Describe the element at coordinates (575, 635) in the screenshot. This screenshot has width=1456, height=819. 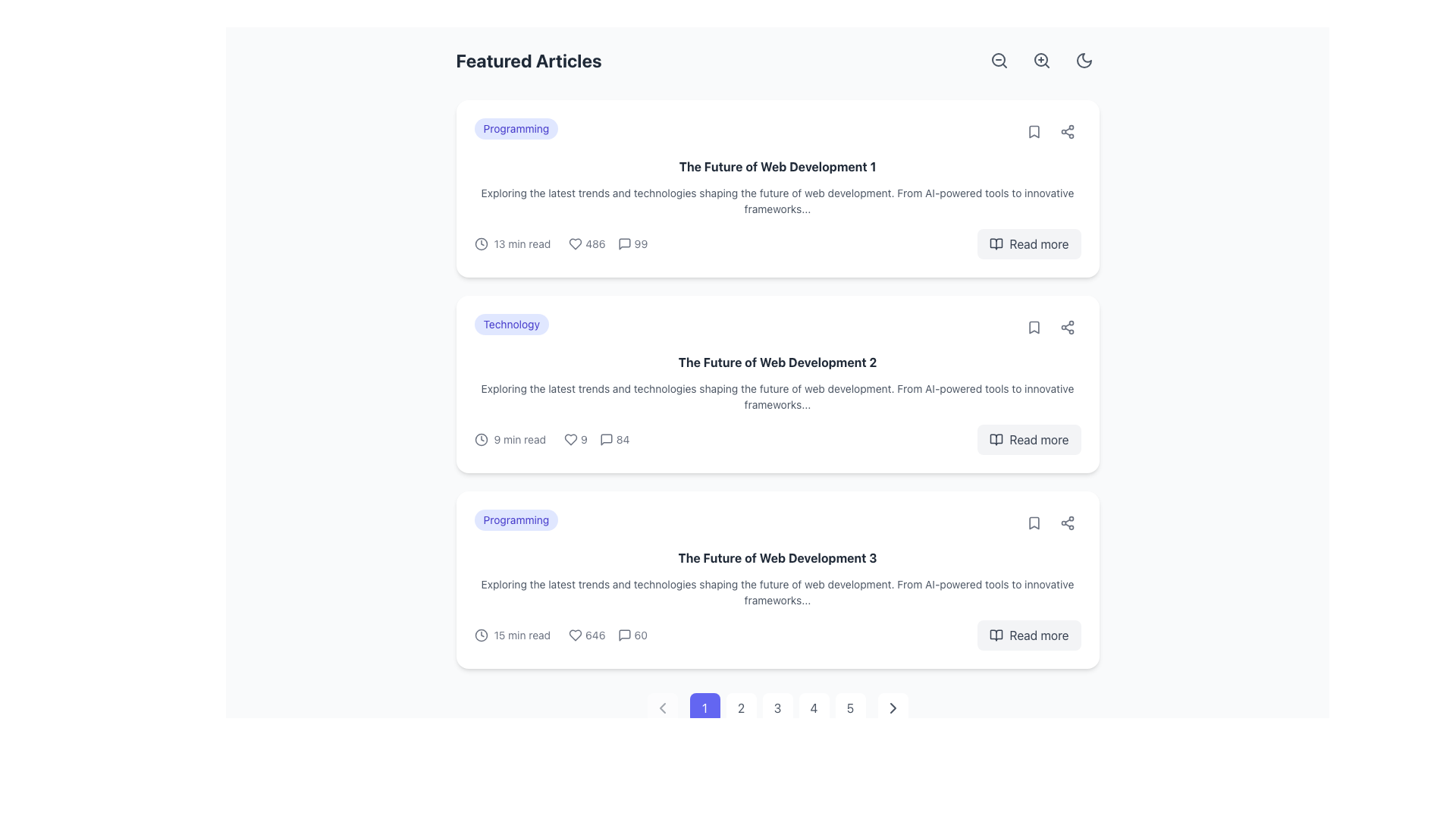
I see `the heart-shaped icon styled in gray located next to the number '646' in the lower part of the third article card` at that location.